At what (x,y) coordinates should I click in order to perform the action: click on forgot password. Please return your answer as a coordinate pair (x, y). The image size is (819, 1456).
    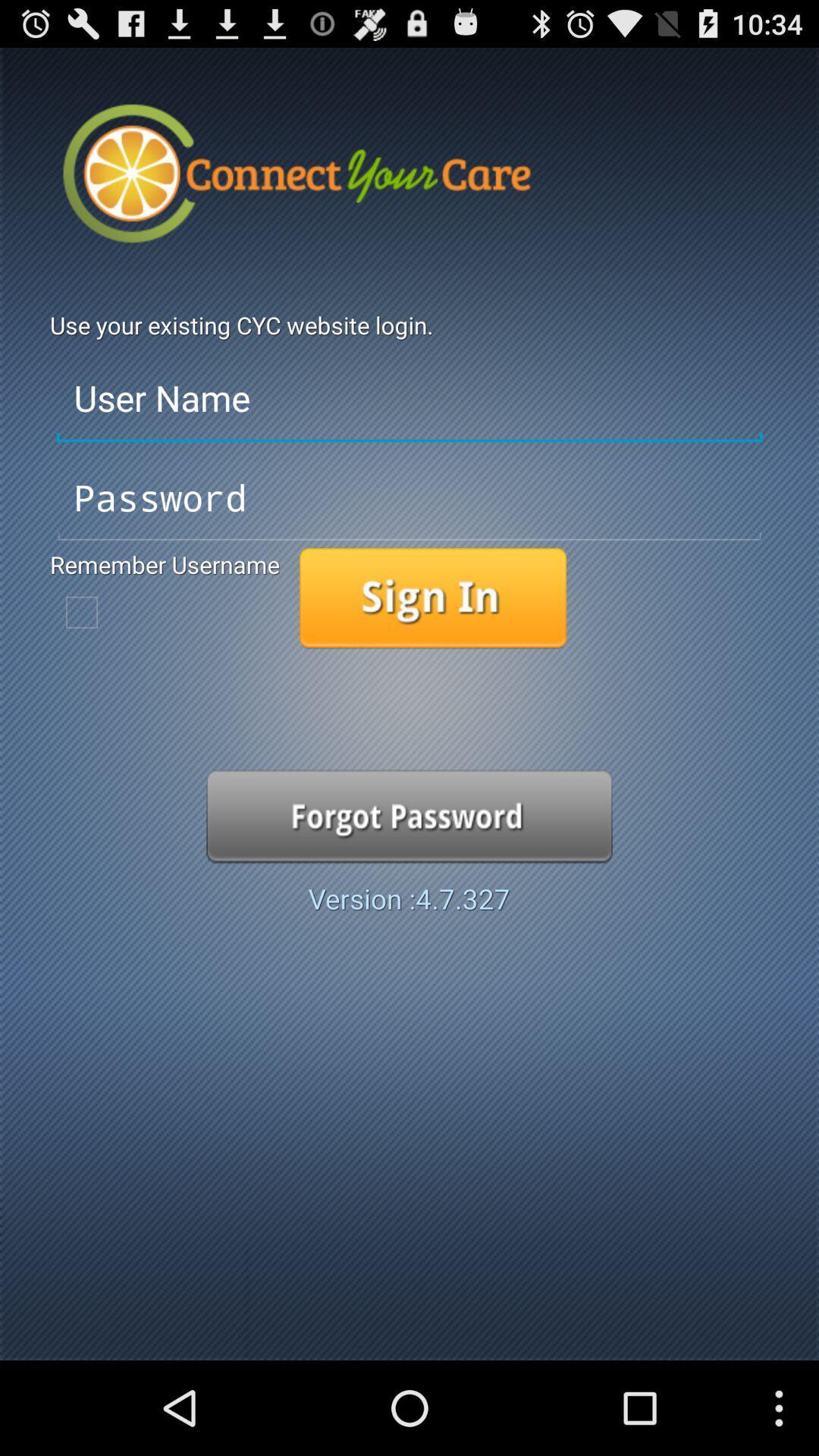
    Looking at the image, I should click on (409, 815).